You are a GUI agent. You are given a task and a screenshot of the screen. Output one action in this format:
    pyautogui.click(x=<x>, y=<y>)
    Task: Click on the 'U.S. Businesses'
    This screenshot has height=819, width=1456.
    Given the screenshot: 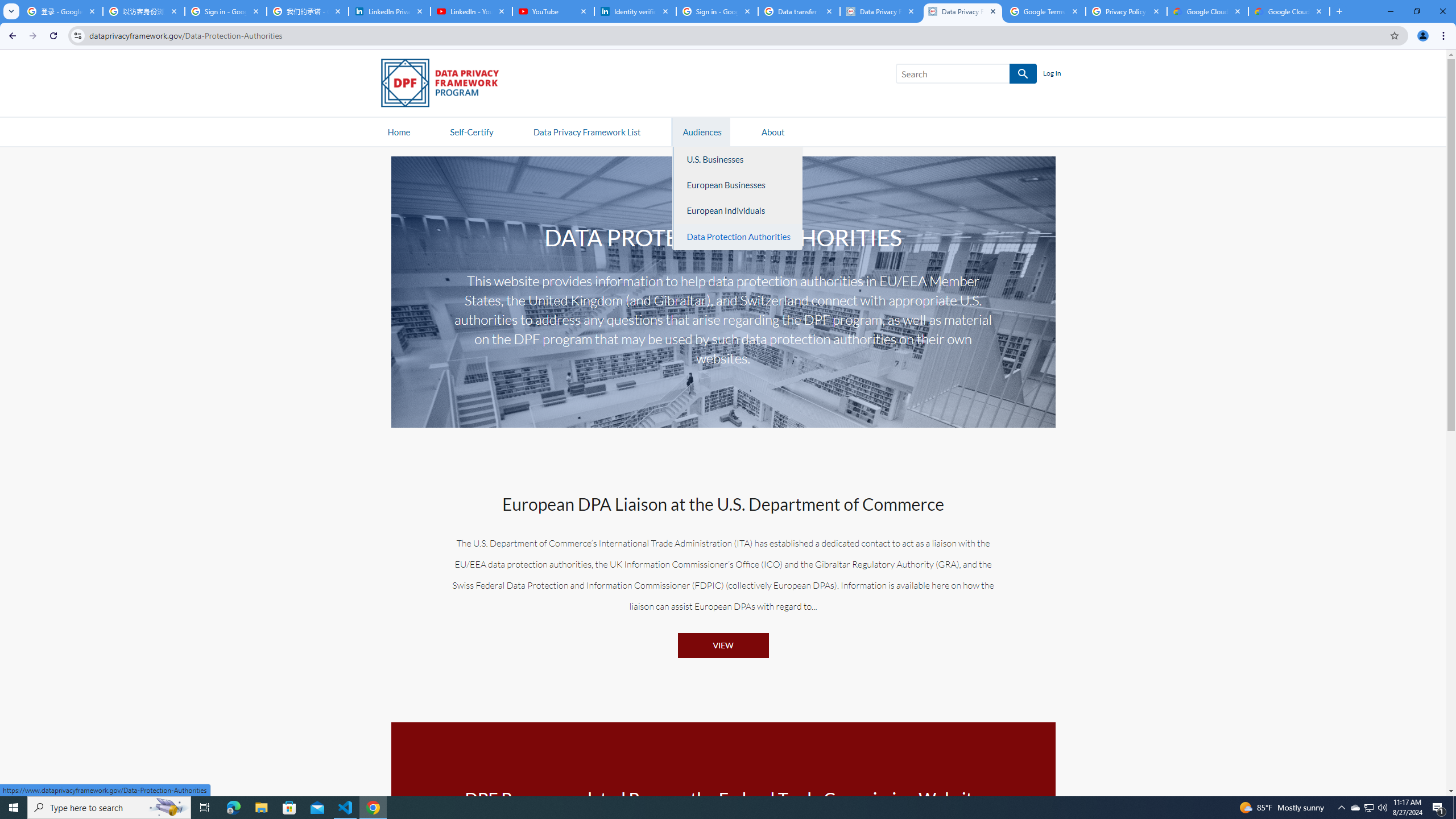 What is the action you would take?
    pyautogui.click(x=739, y=159)
    